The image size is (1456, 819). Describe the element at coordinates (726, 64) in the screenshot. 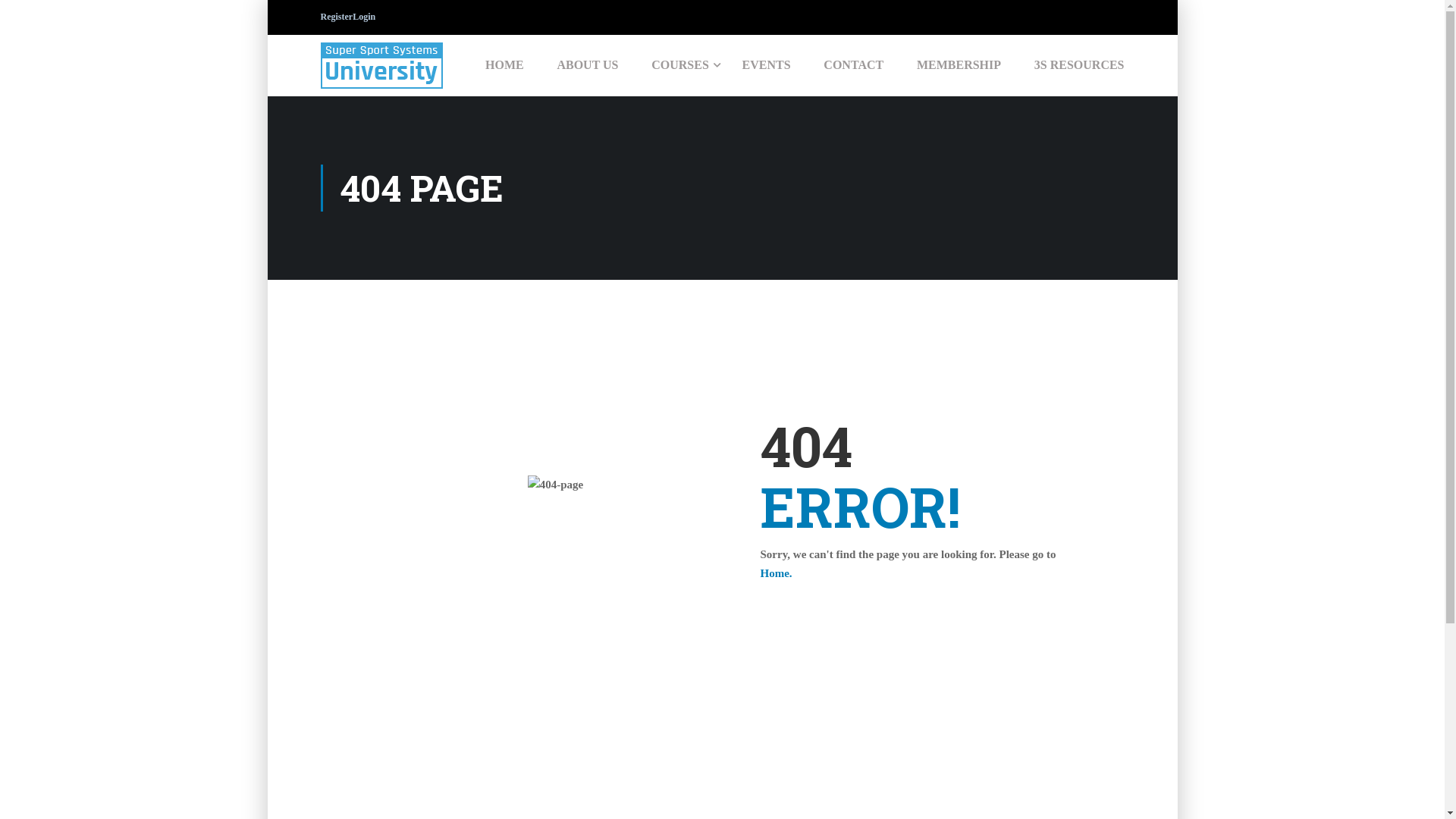

I see `'EVENTS'` at that location.